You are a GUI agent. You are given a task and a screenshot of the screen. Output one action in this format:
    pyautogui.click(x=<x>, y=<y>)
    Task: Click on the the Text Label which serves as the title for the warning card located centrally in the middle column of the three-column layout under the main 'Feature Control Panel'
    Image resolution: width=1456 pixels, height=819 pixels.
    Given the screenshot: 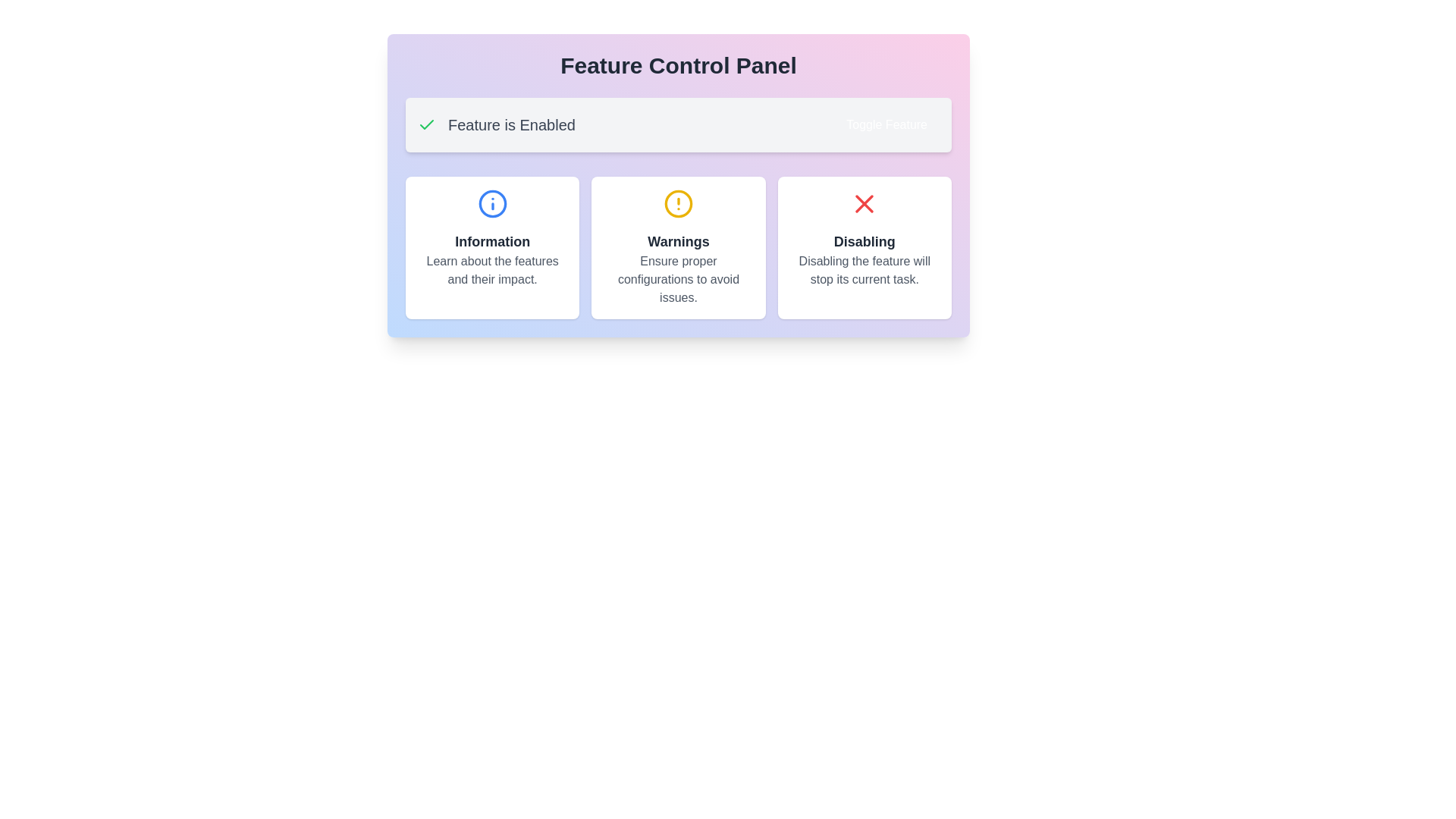 What is the action you would take?
    pyautogui.click(x=677, y=241)
    